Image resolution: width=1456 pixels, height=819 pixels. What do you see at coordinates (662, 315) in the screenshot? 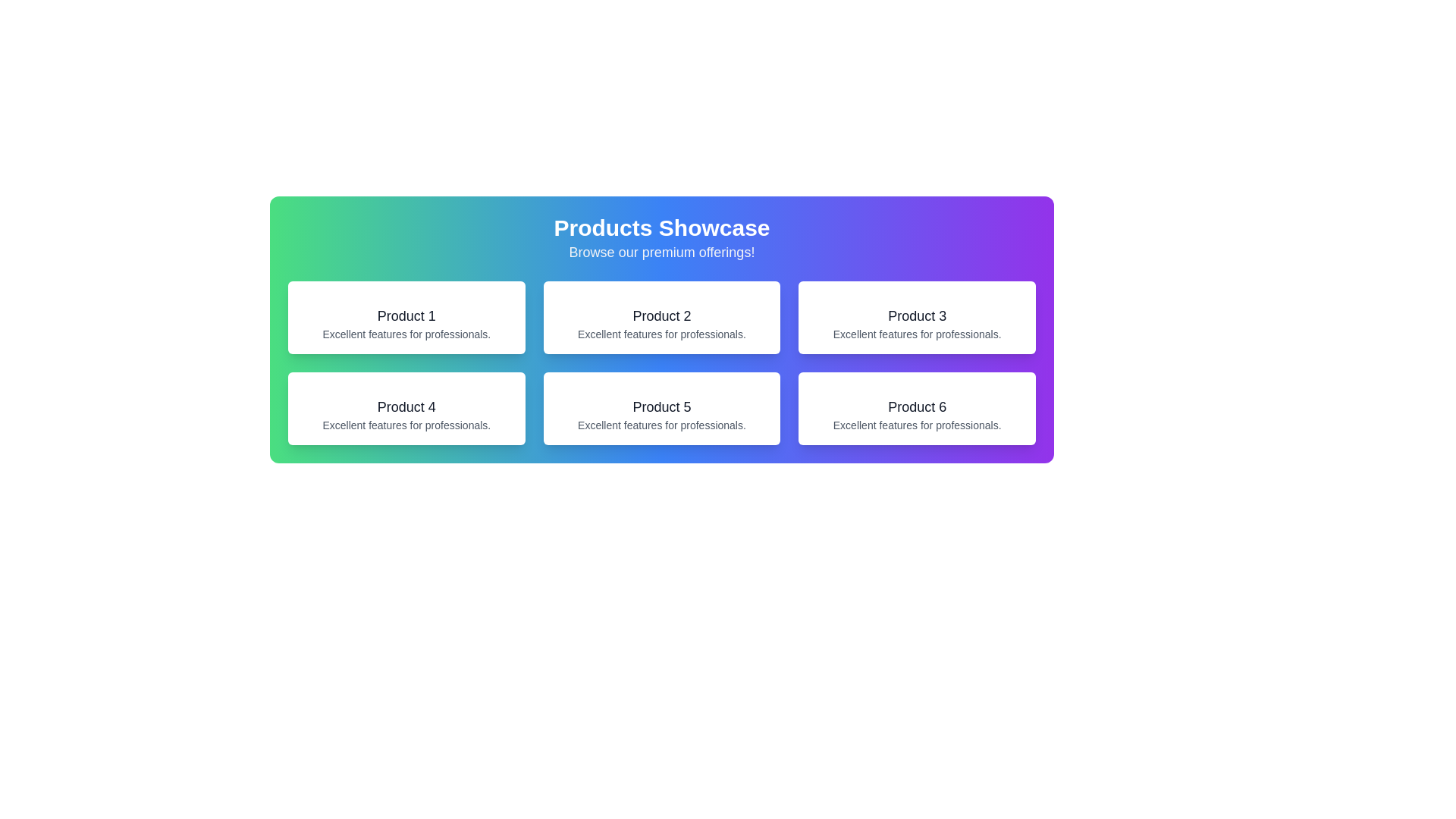
I see `text displayed in the bold font style, 'Product 2', which is positioned prominently within the second card of the grid layout` at bounding box center [662, 315].